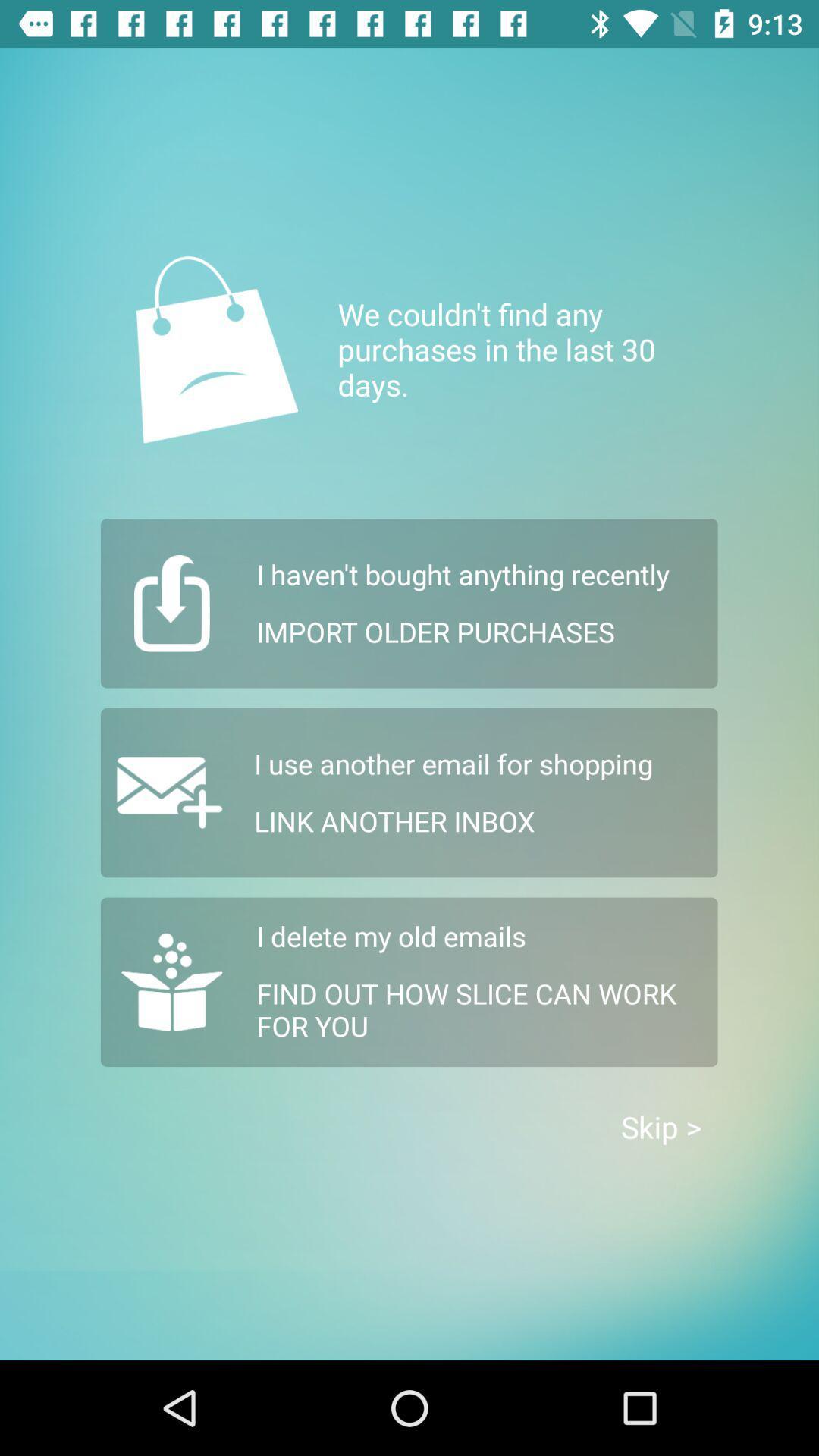  What do you see at coordinates (661, 1127) in the screenshot?
I see `the icon at the bottom right corner` at bounding box center [661, 1127].